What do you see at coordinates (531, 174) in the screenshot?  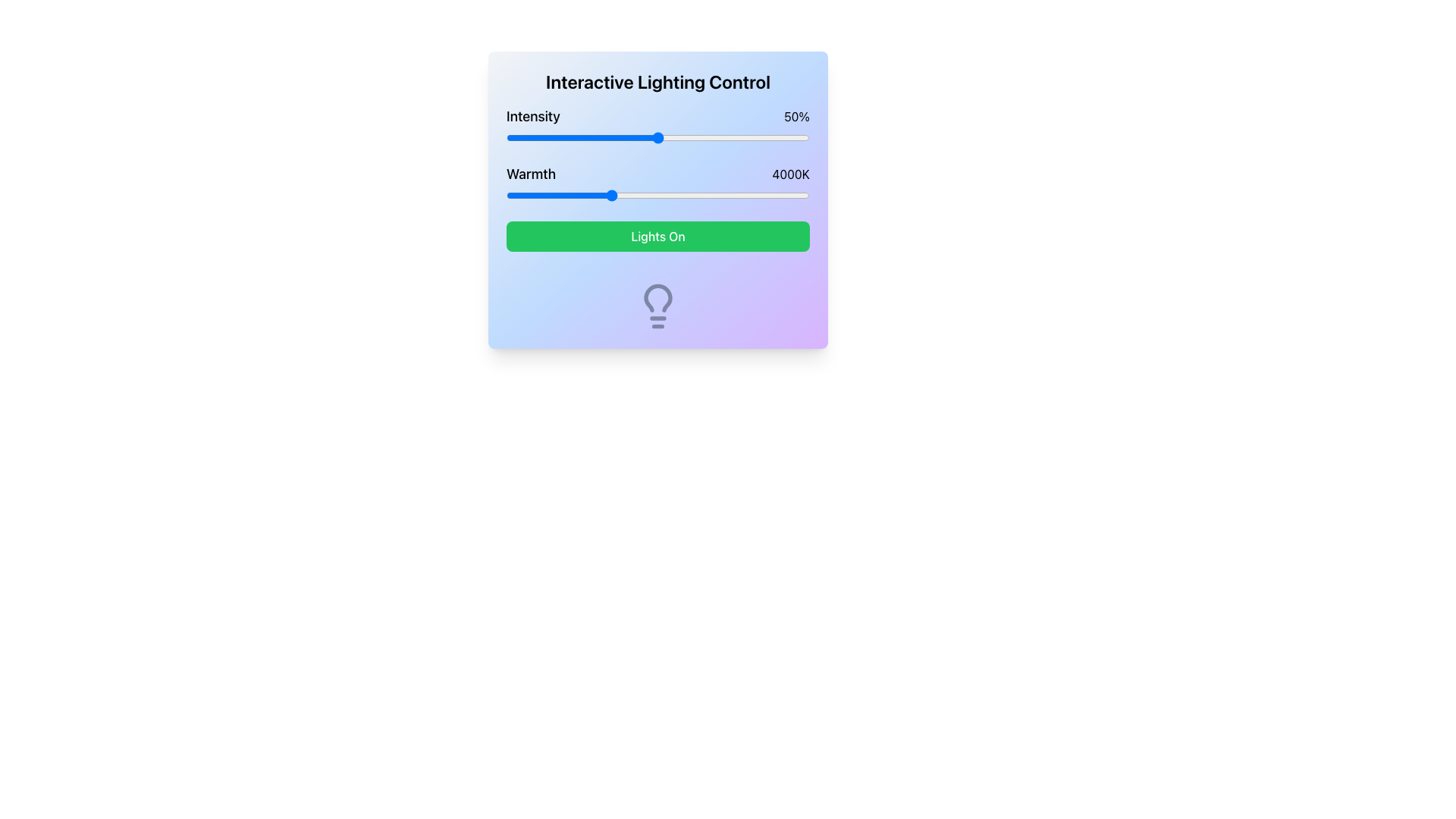 I see `the Text Label that describes the functionality of the adjacent warmth setting slider, located to the left of the numeric value '4000K'` at bounding box center [531, 174].